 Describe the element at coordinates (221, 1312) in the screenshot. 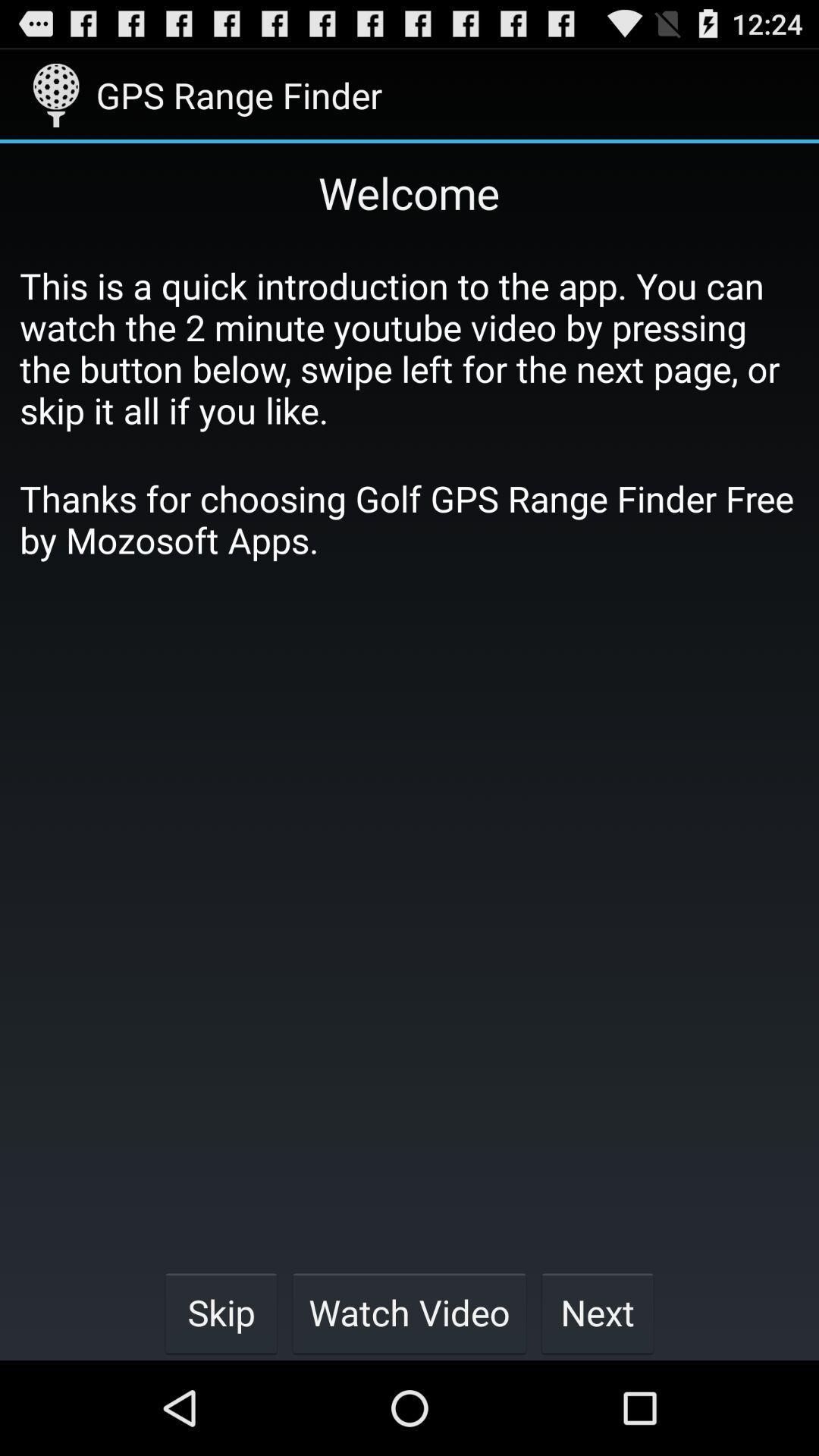

I see `the skip at the bottom left corner` at that location.